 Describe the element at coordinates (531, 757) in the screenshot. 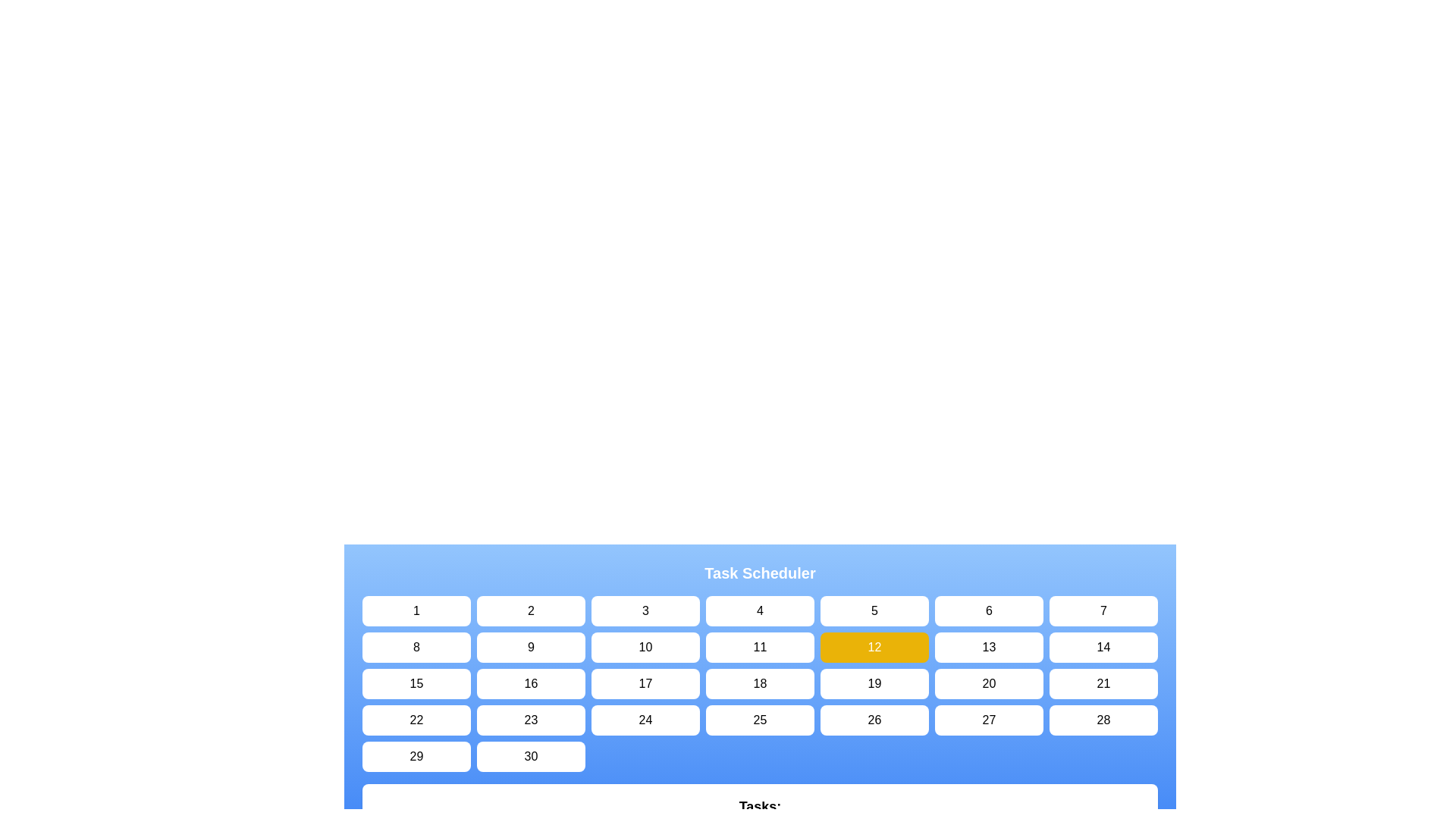

I see `the button displaying the number '30' located at the bottom-right corner of the grid` at that location.